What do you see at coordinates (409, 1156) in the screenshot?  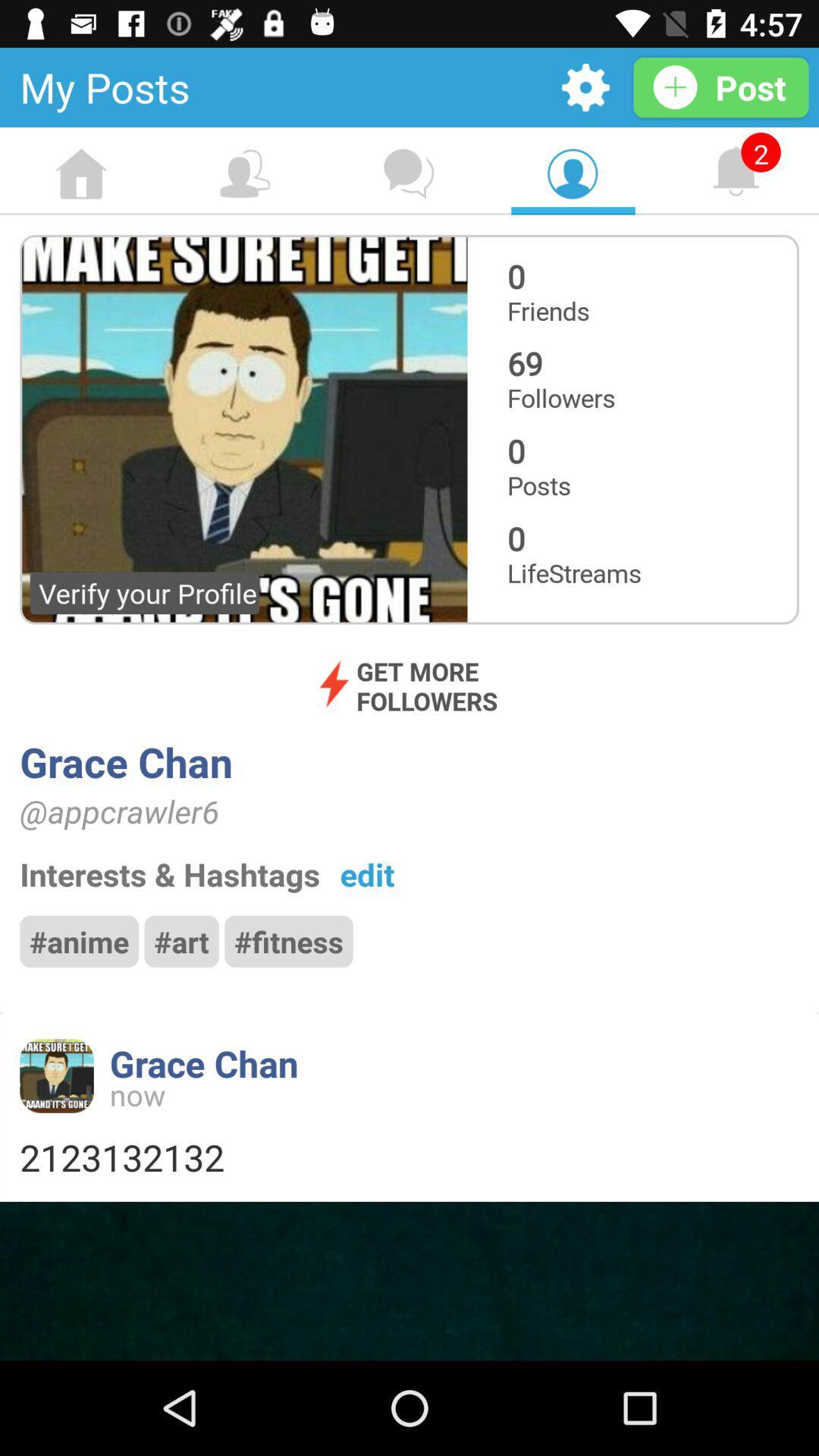 I see `the number from the bottom of the screen` at bounding box center [409, 1156].